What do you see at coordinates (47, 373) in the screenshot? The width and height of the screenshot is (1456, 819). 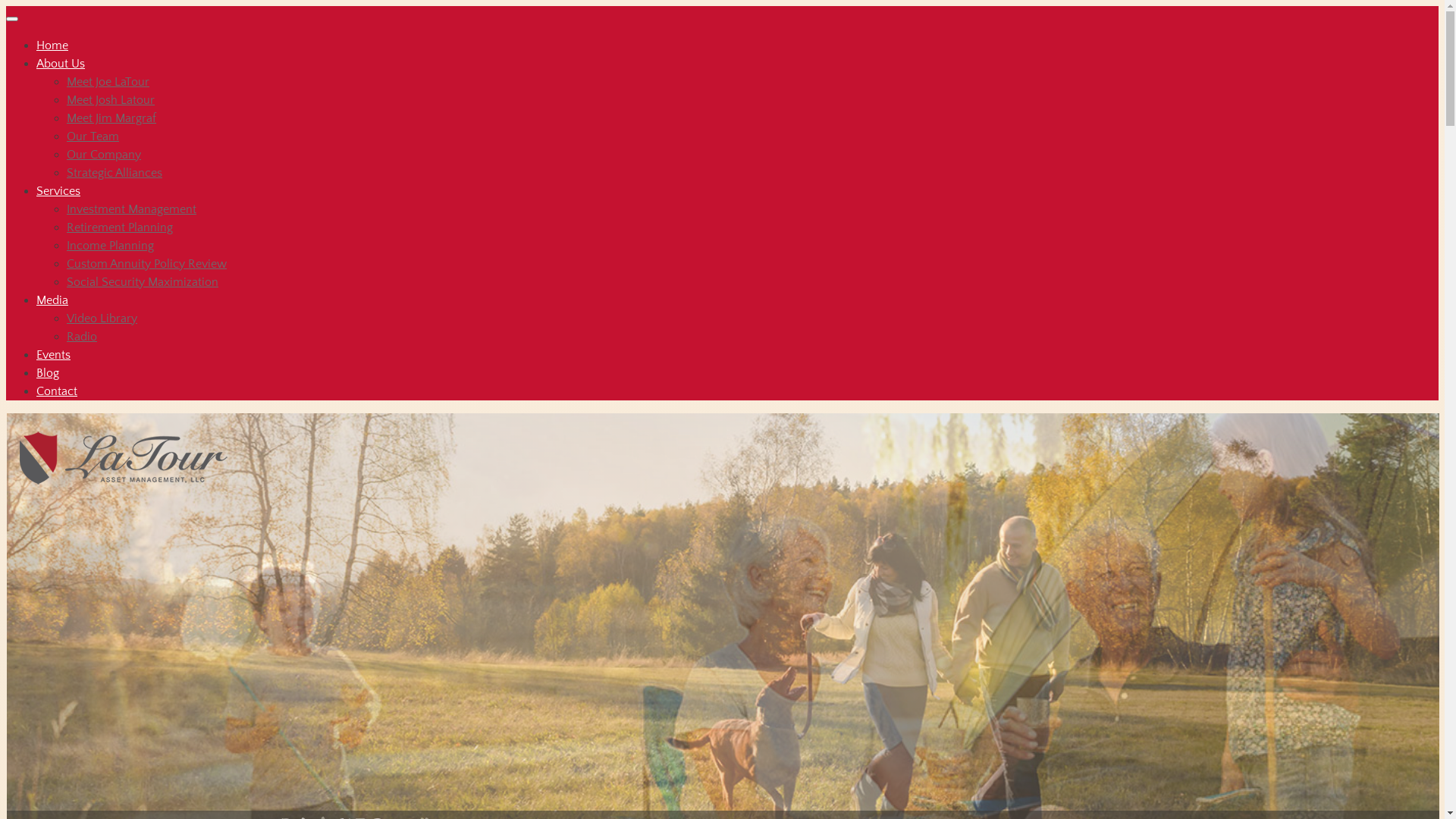 I see `'Blog'` at bounding box center [47, 373].